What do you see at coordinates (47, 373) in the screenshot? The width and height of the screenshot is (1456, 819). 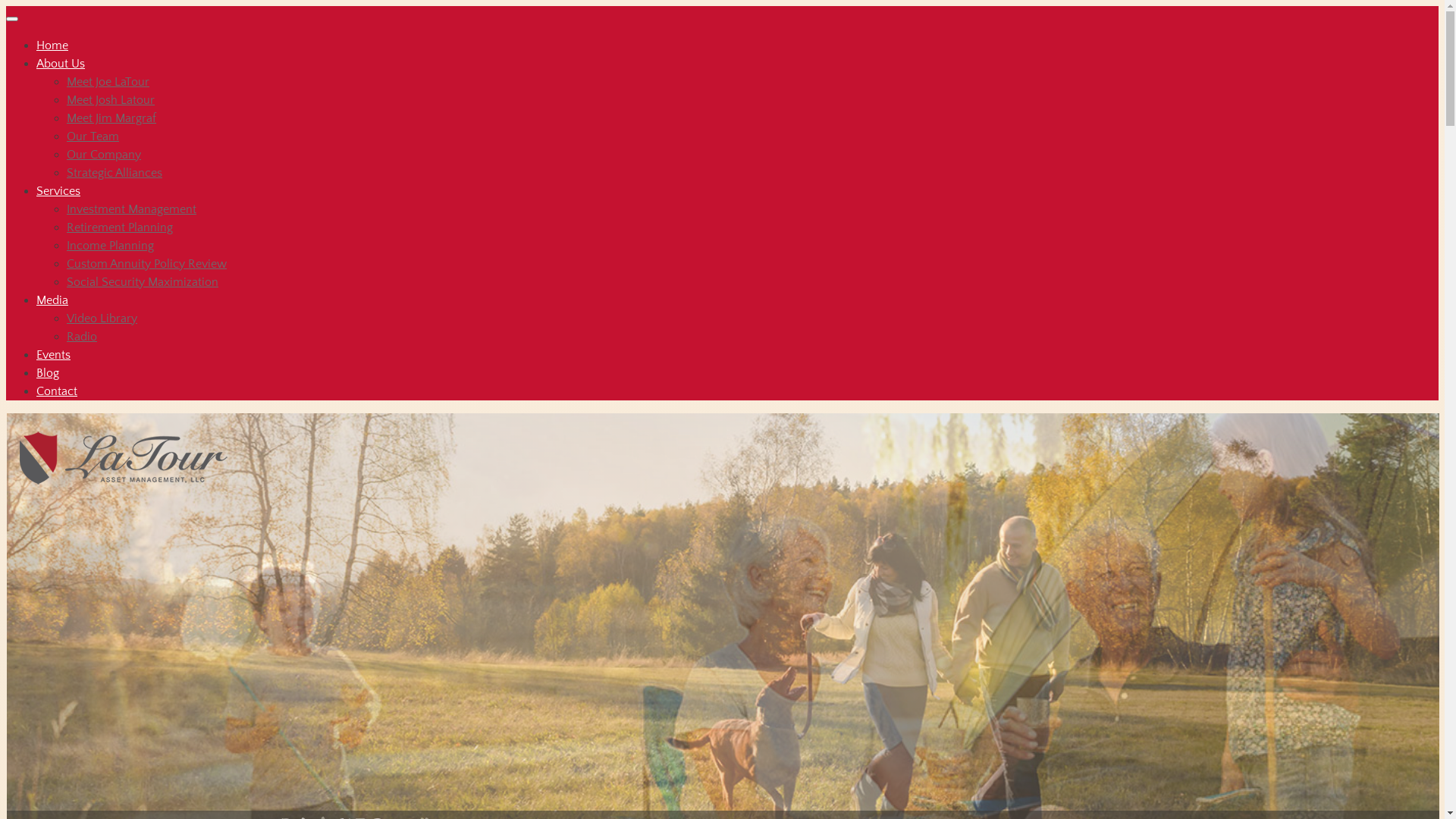 I see `'Blog'` at bounding box center [47, 373].